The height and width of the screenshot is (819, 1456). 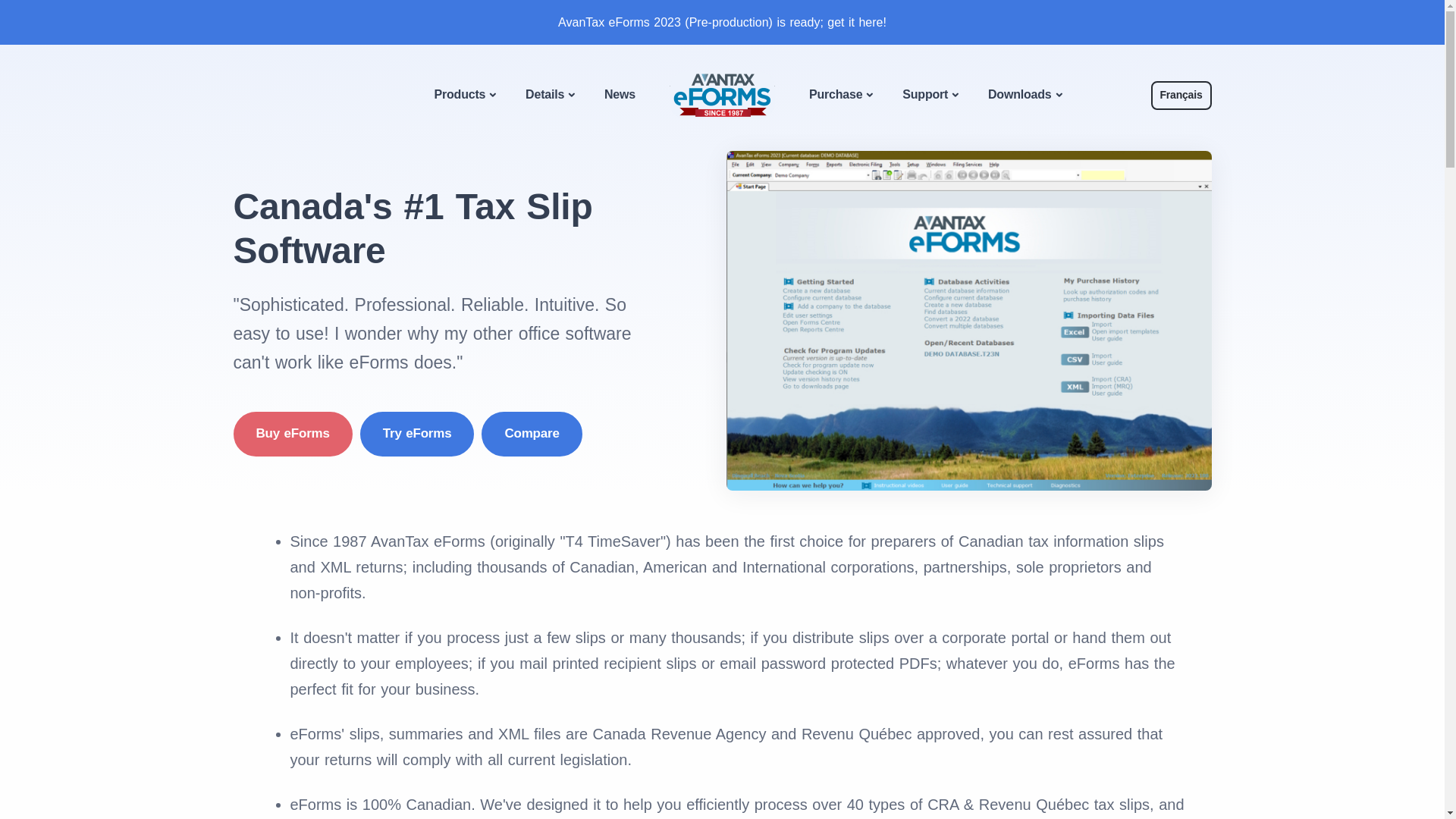 I want to click on 'Downloads', so click(x=1024, y=96).